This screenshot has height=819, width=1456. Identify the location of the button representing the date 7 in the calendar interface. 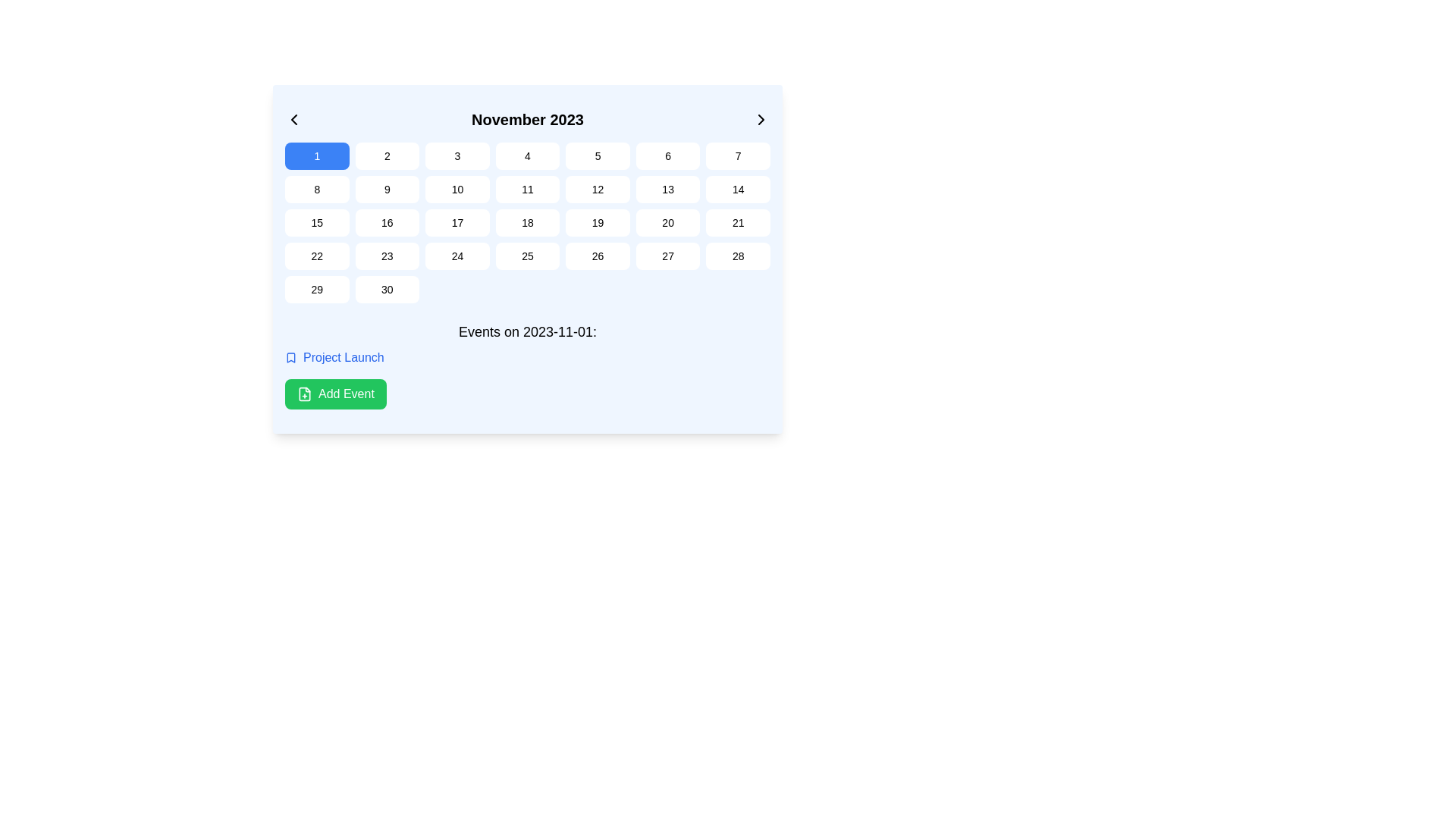
(738, 155).